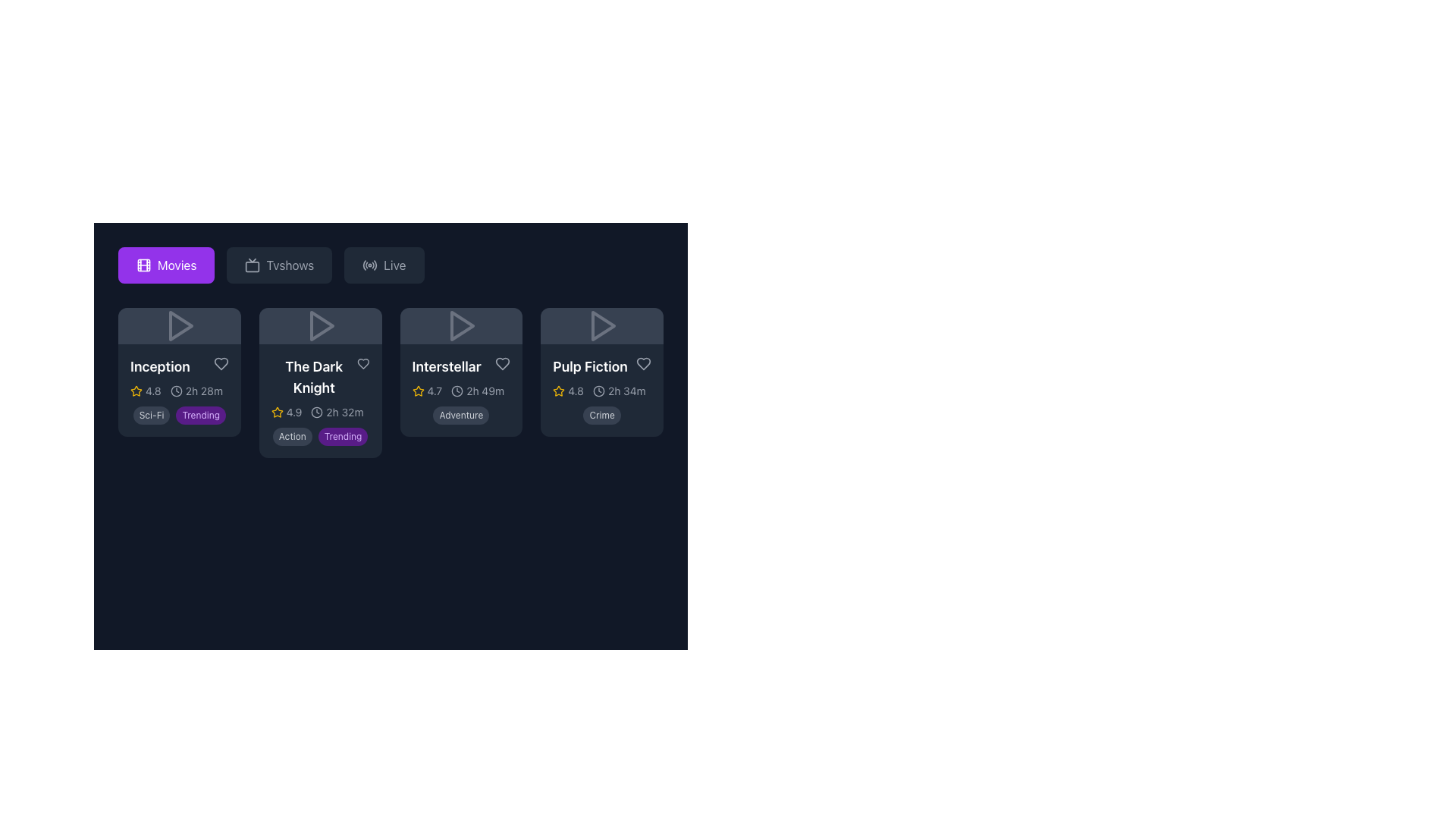 The image size is (1456, 819). Describe the element at coordinates (598, 391) in the screenshot. I see `the decorative clock icon indicating the duration of the movie 'Pulp Fiction', located to the left of the text '2h 34m'` at that location.